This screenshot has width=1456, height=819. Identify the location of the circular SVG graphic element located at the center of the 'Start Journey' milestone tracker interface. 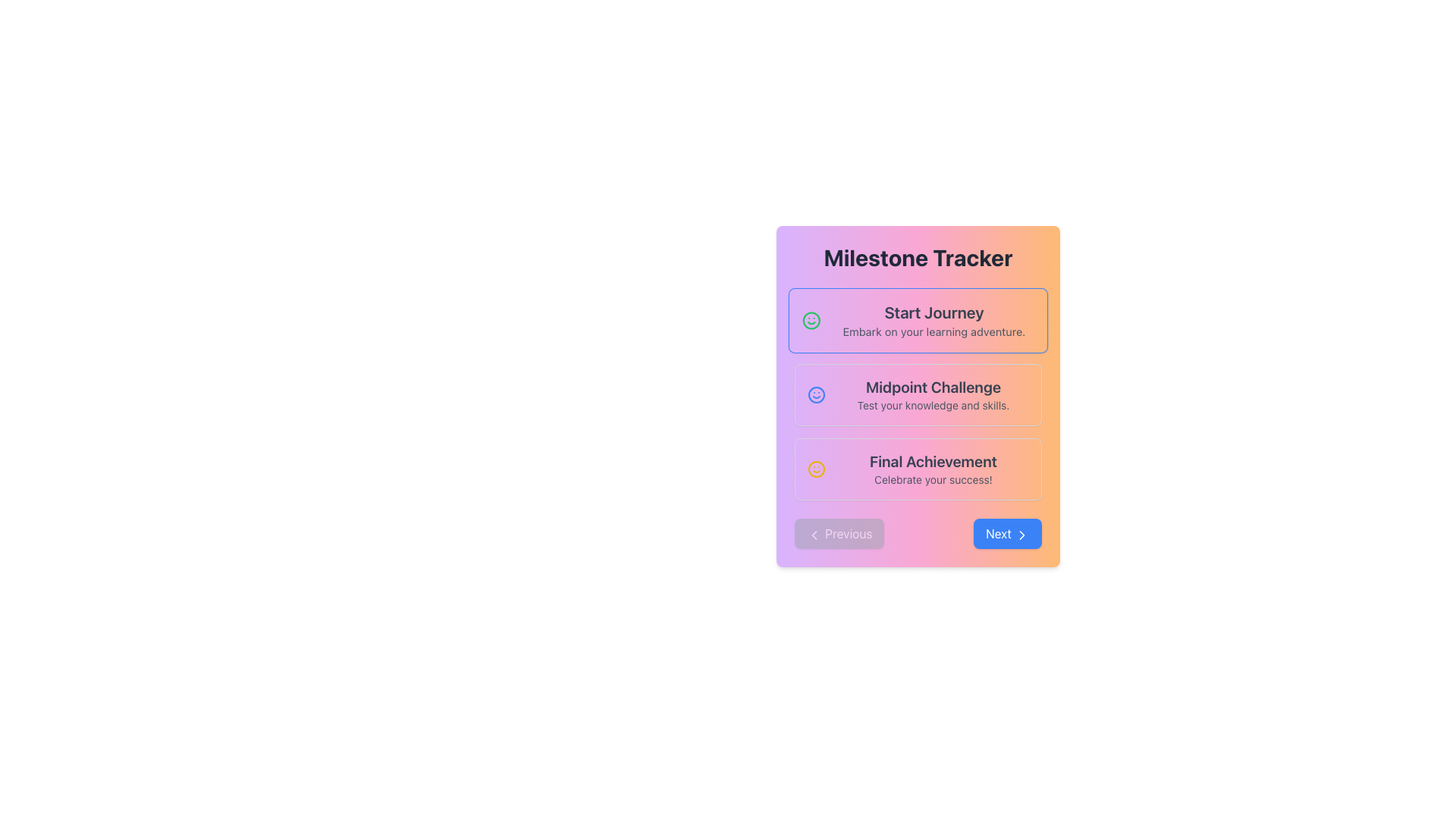
(815, 394).